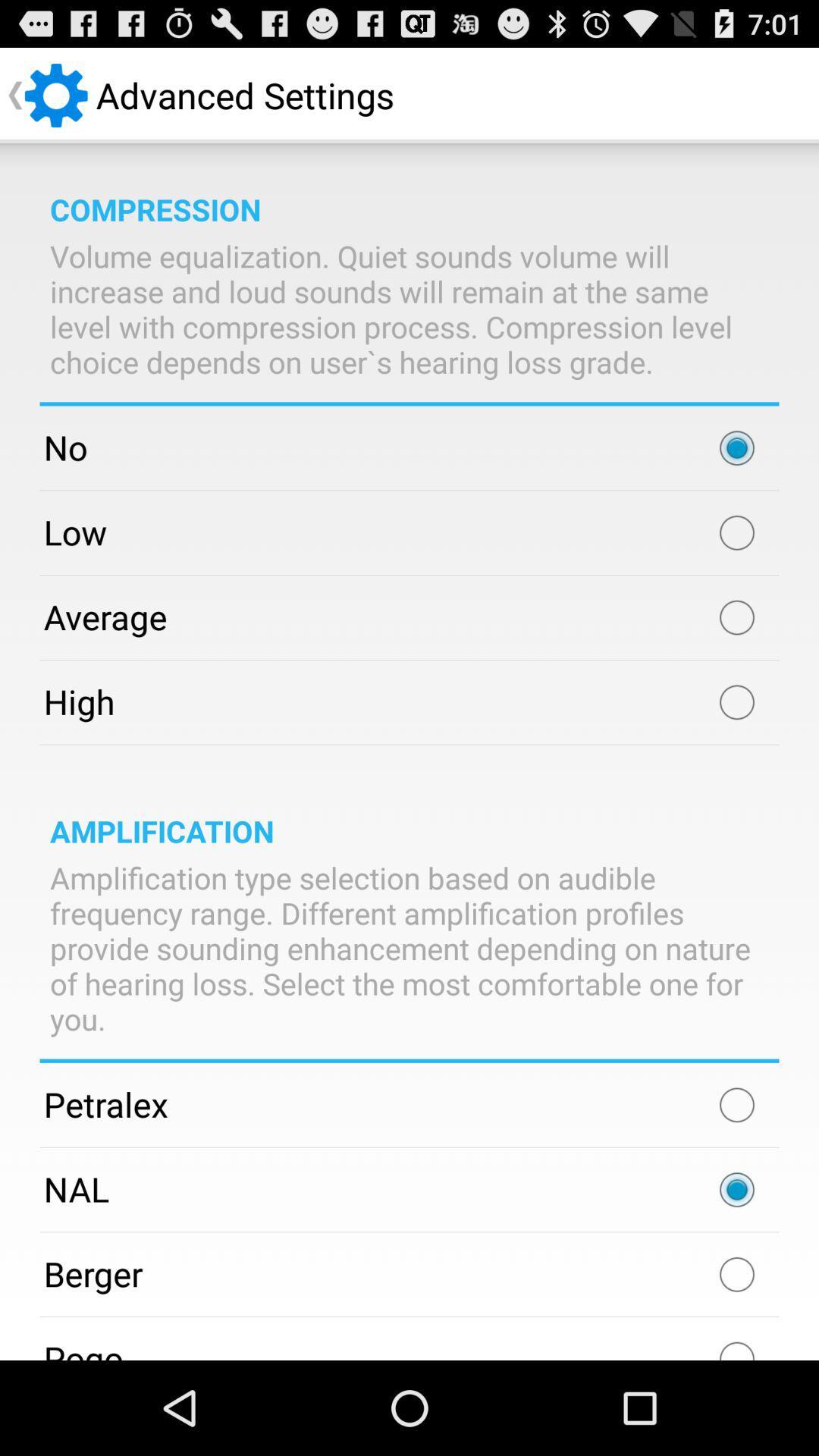 Image resolution: width=819 pixels, height=1456 pixels. What do you see at coordinates (736, 1105) in the screenshot?
I see `petralex` at bounding box center [736, 1105].